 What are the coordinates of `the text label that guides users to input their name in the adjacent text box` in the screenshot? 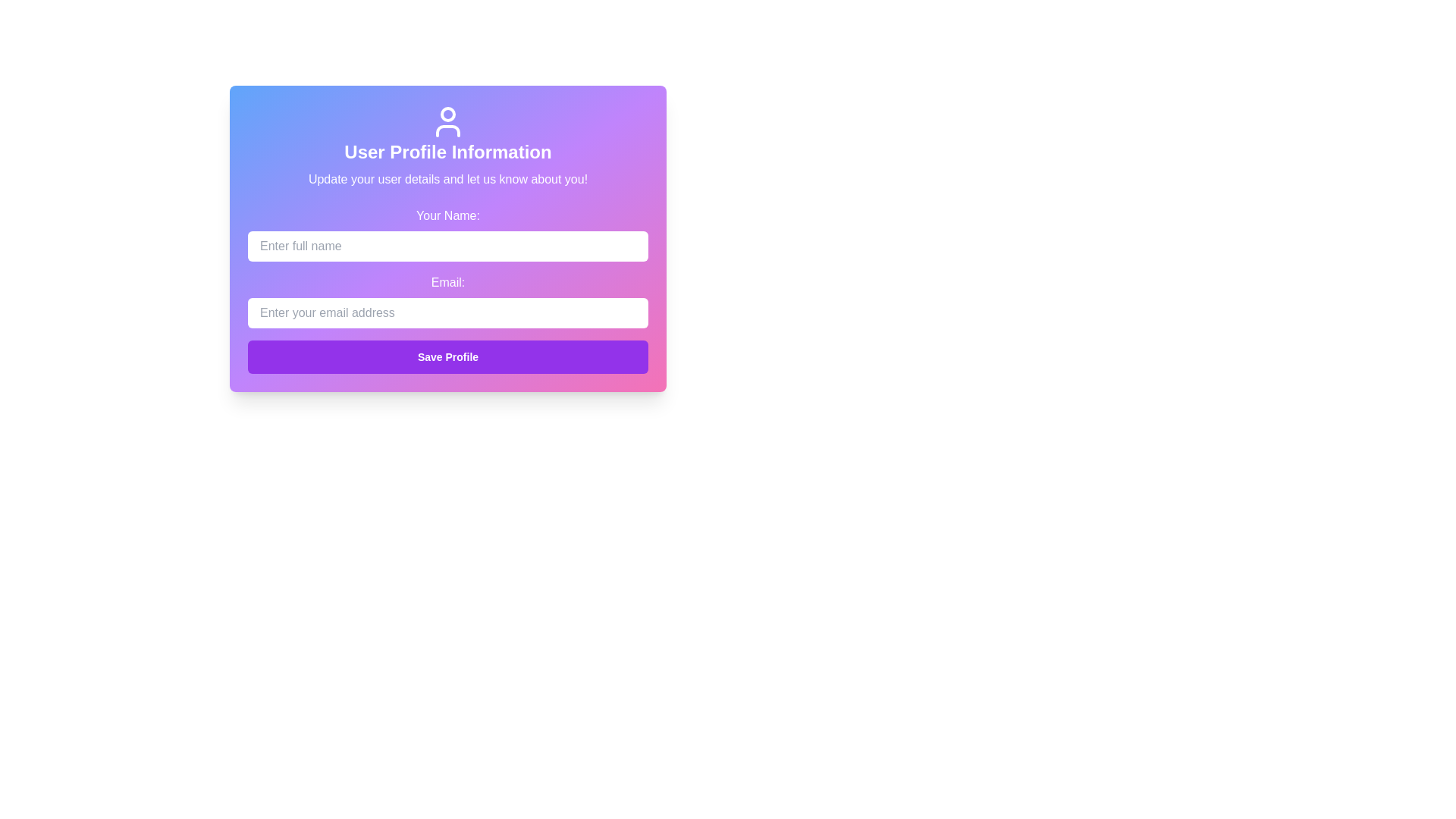 It's located at (447, 216).